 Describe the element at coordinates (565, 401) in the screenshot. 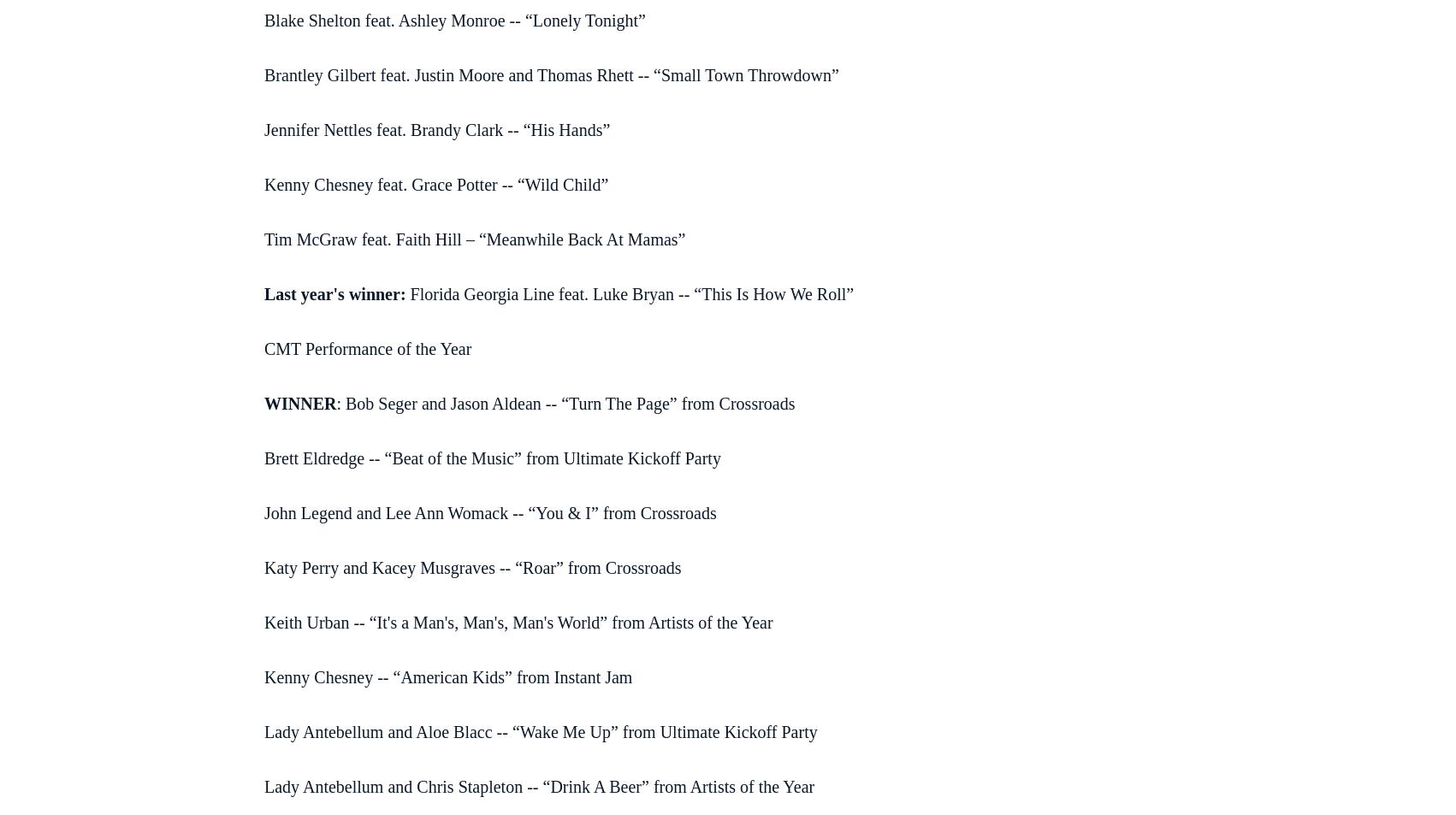

I see `': Bob Seger and Jason Aldean -- “Turn The Page” from Crossroads'` at that location.